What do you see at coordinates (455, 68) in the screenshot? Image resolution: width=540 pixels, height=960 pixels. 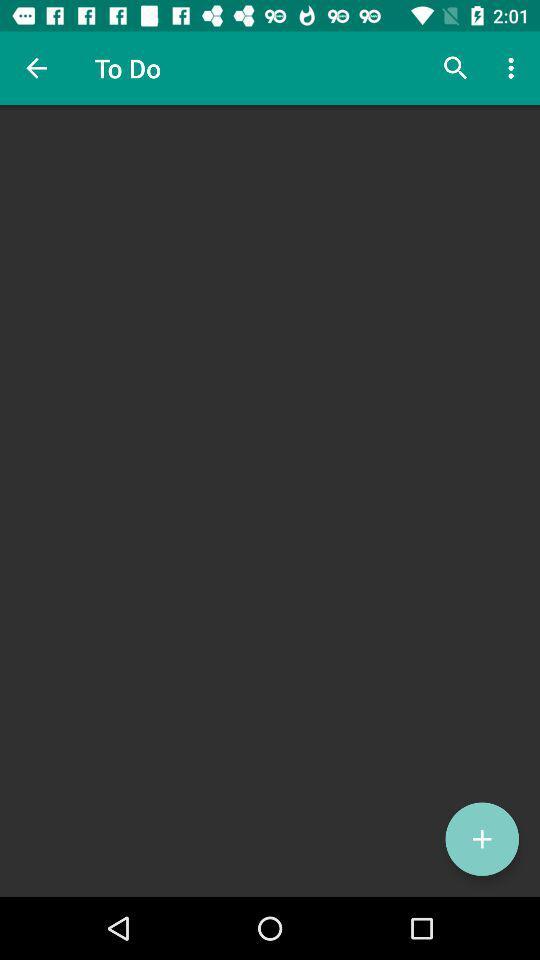 I see `the item next to the to do item` at bounding box center [455, 68].